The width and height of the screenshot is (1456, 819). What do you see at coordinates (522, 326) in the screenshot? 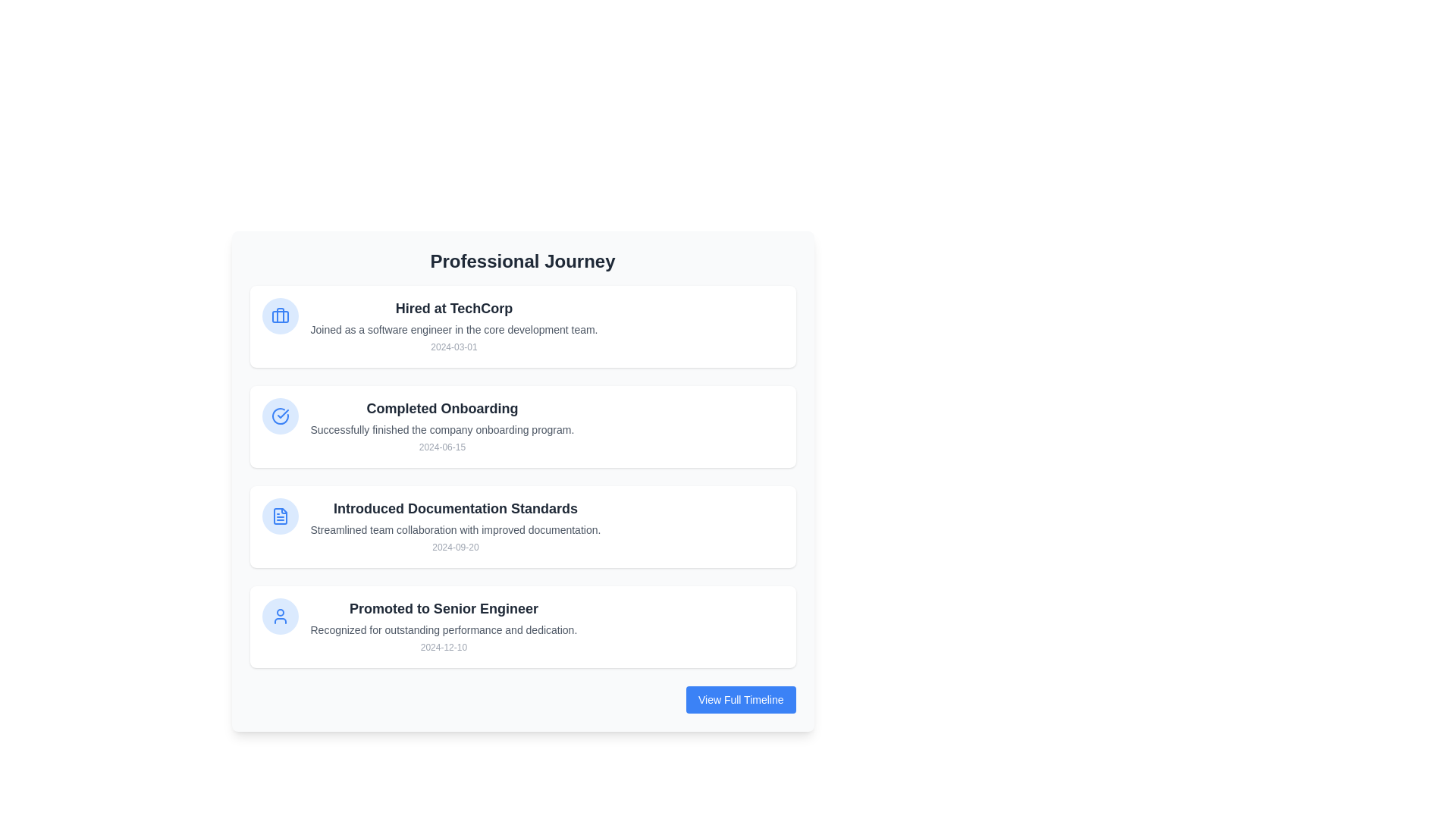
I see `the first Card element in the 'Professional Journey' section, which represents a professional milestone or achievement, to allow for dynamic changes` at bounding box center [522, 326].